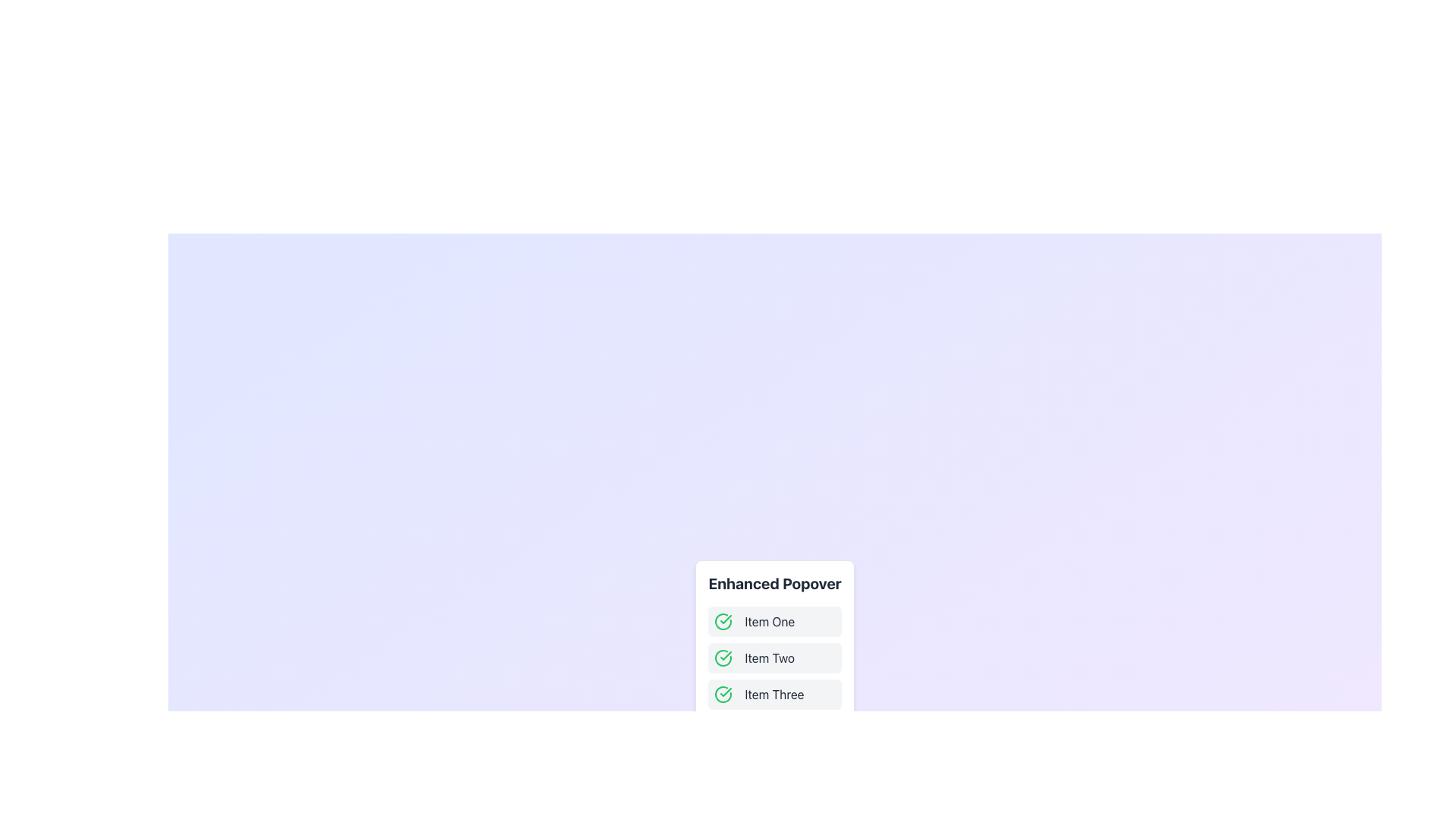 This screenshot has height=819, width=1456. Describe the element at coordinates (774, 694) in the screenshot. I see `label text of the element displaying 'Item Three', which is the third item in a vertically arranged list of three items` at that location.